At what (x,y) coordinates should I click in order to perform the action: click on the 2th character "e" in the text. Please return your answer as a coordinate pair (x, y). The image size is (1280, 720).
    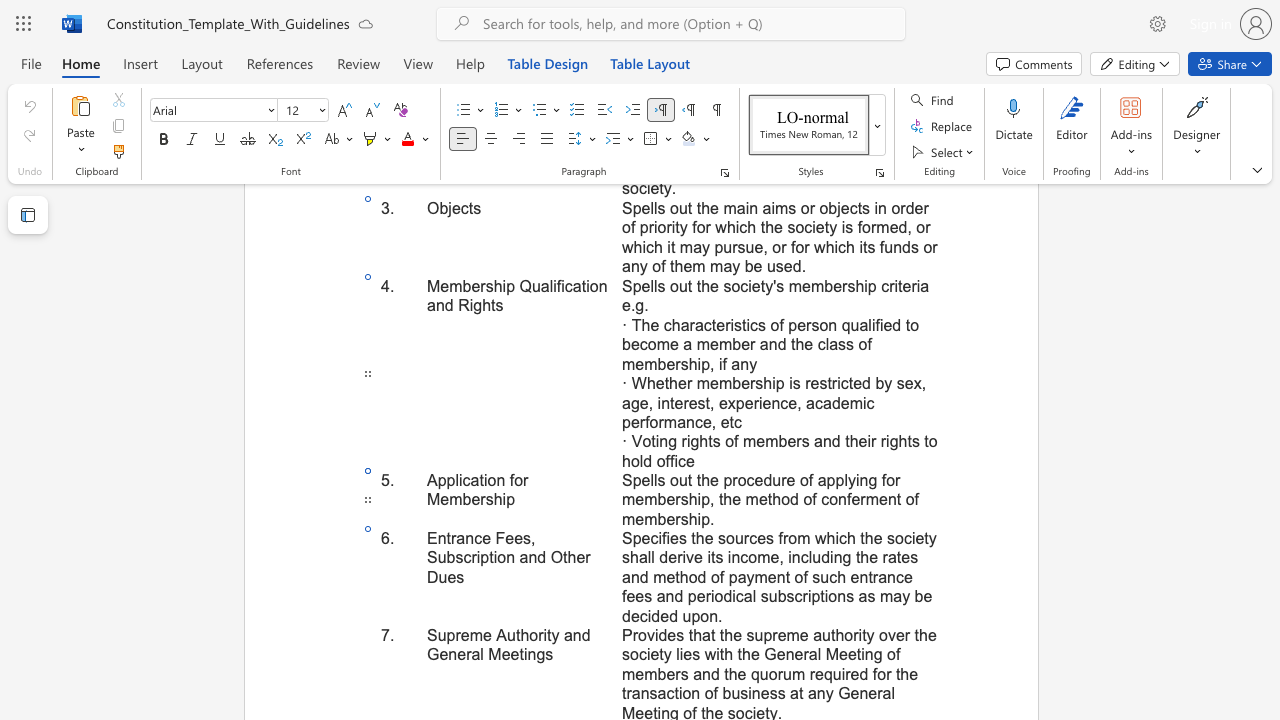
    Looking at the image, I should click on (487, 635).